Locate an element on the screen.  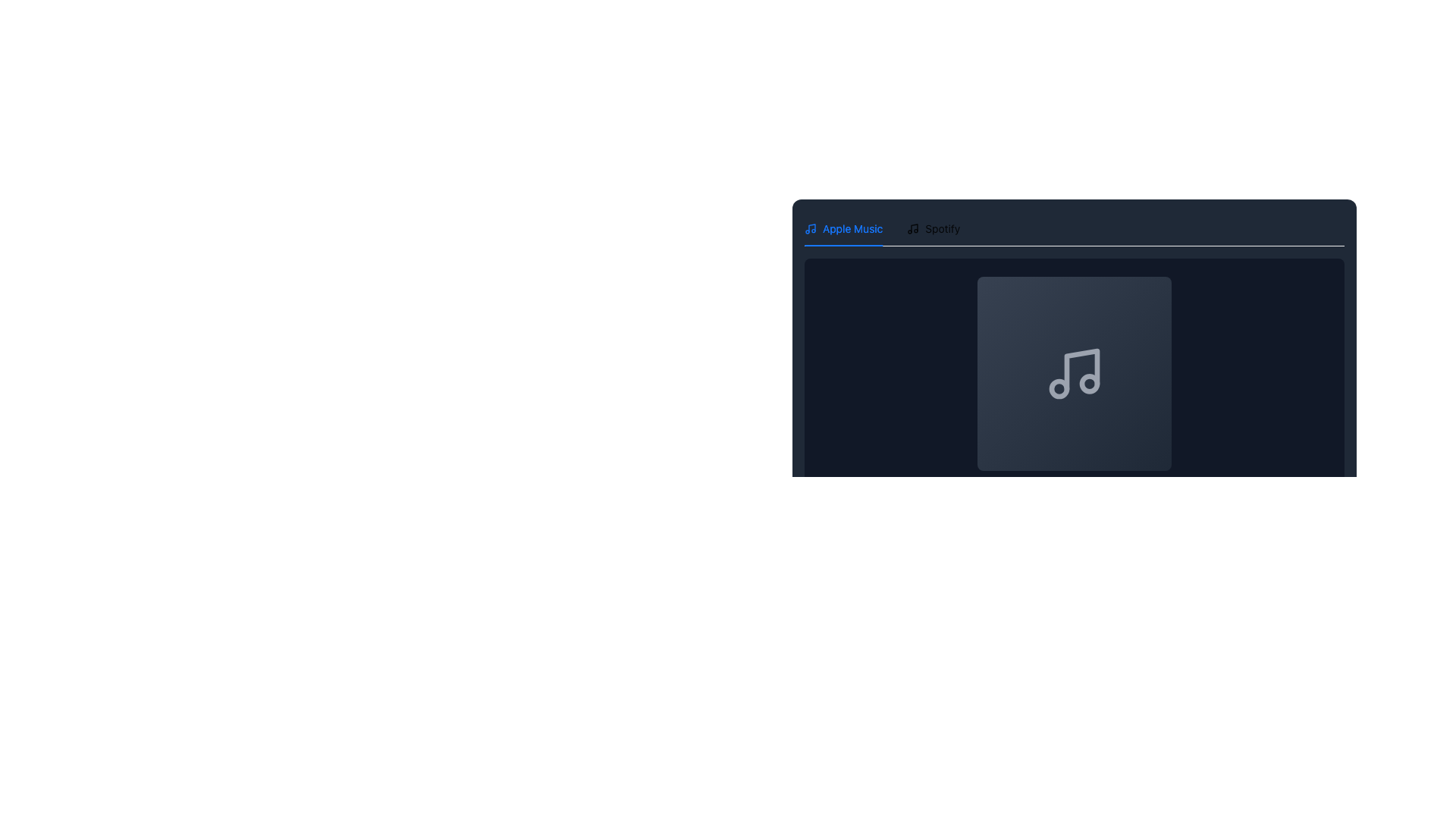
the Spotify tab, which is the second item in the horizontal tab navigation bar is located at coordinates (933, 228).